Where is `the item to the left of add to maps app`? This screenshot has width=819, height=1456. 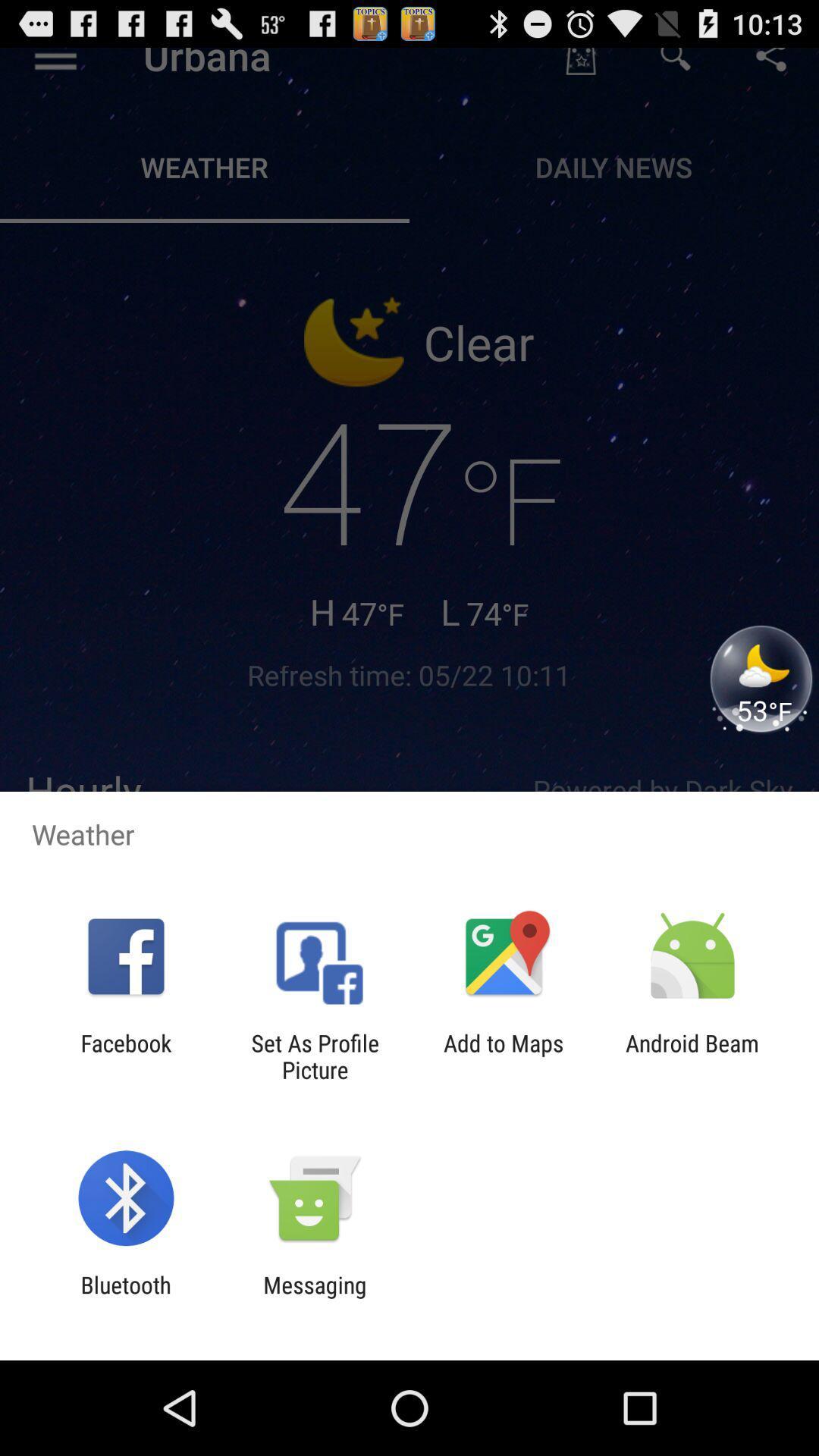
the item to the left of add to maps app is located at coordinates (314, 1056).